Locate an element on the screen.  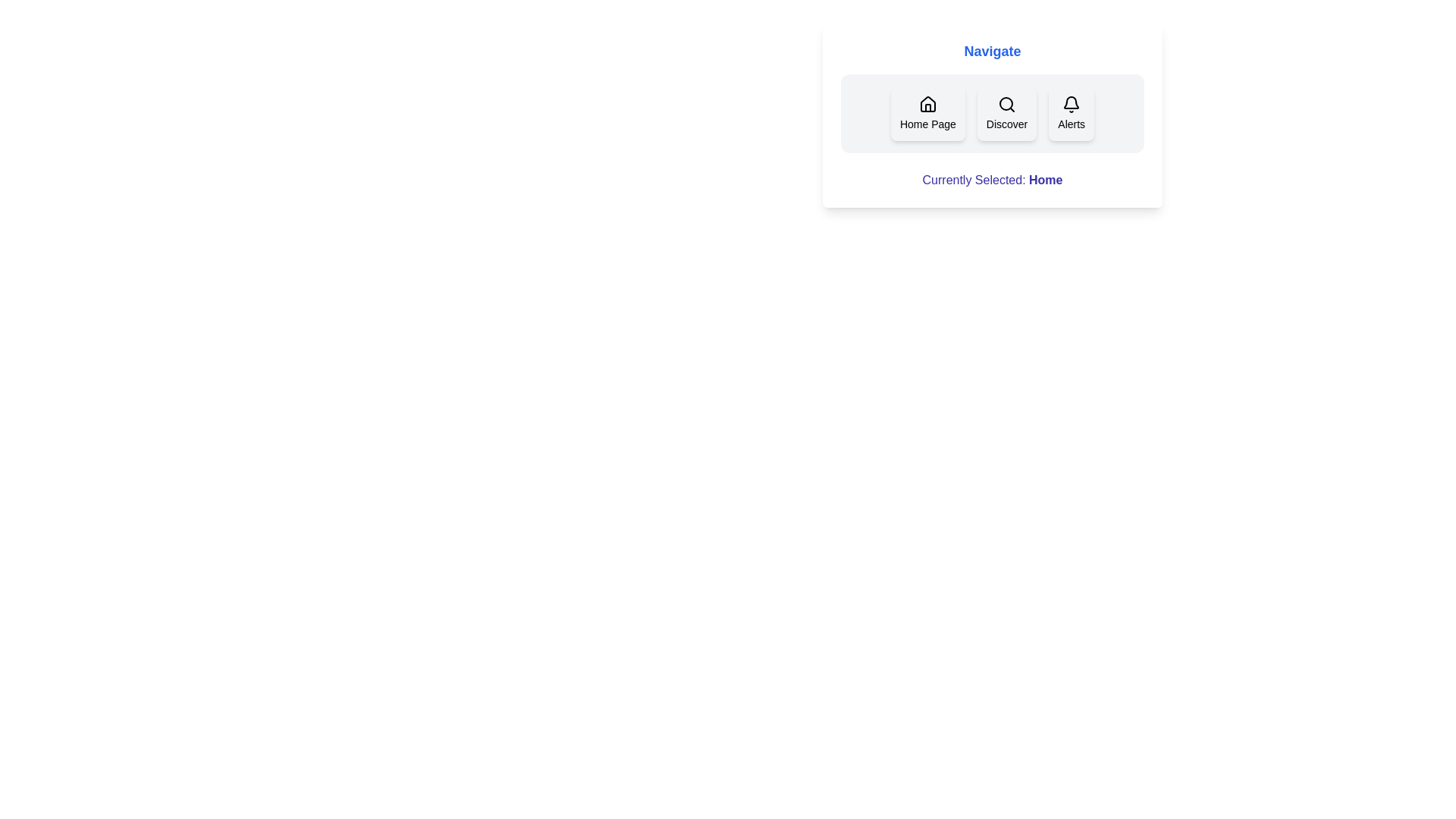
the first navigation button that leads to the Home Page, positioned left of the 'Discover' and 'Alerts' buttons is located at coordinates (927, 113).